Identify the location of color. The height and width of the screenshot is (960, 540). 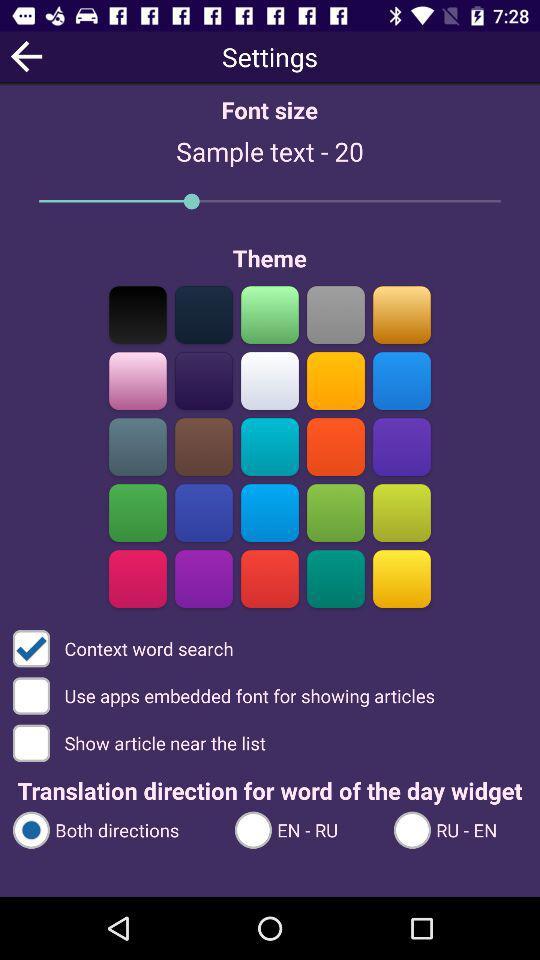
(270, 446).